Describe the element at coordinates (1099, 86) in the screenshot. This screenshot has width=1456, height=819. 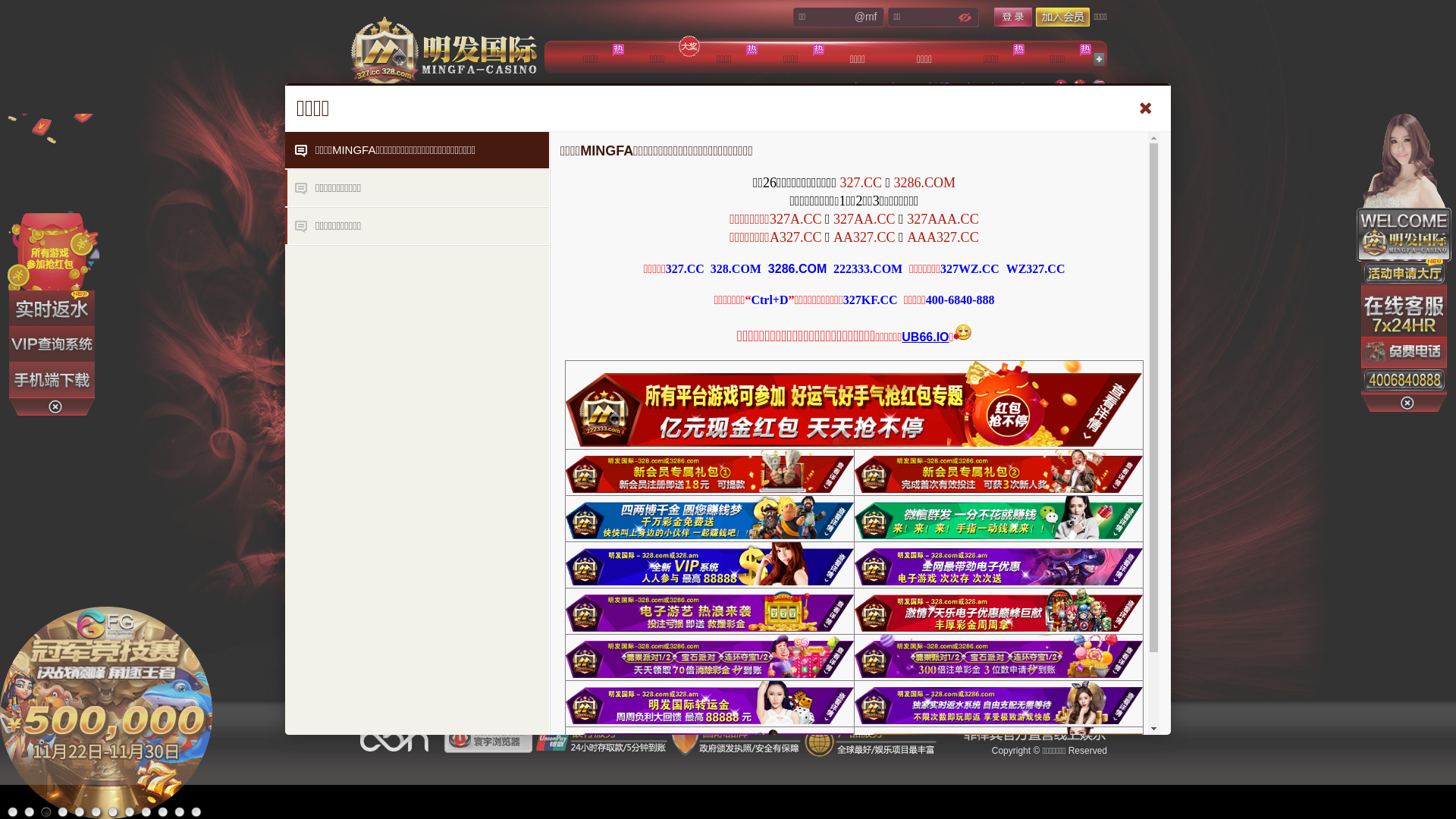
I see `'English'` at that location.